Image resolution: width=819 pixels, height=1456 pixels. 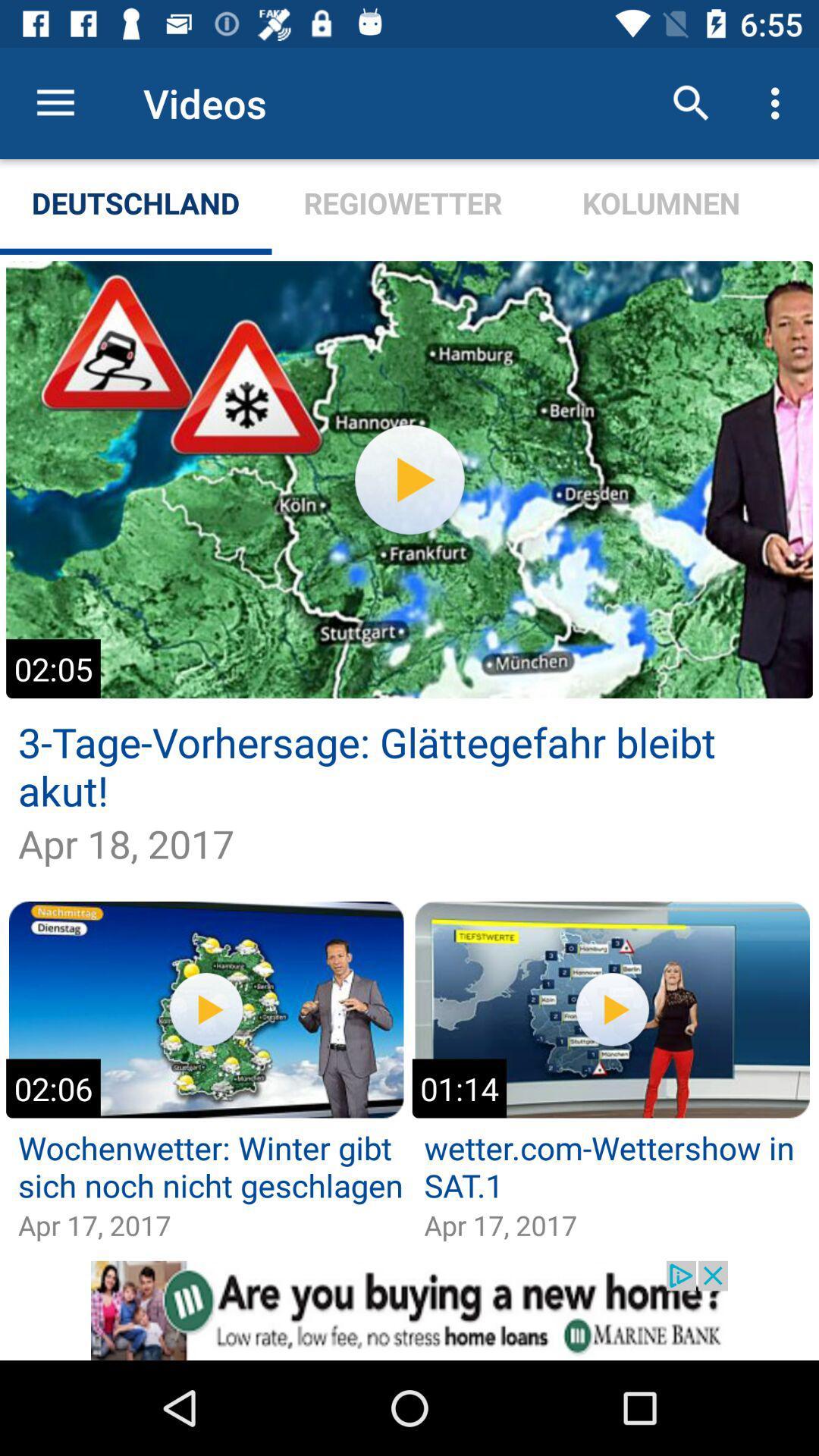 I want to click on open advertisement, so click(x=409, y=1310).